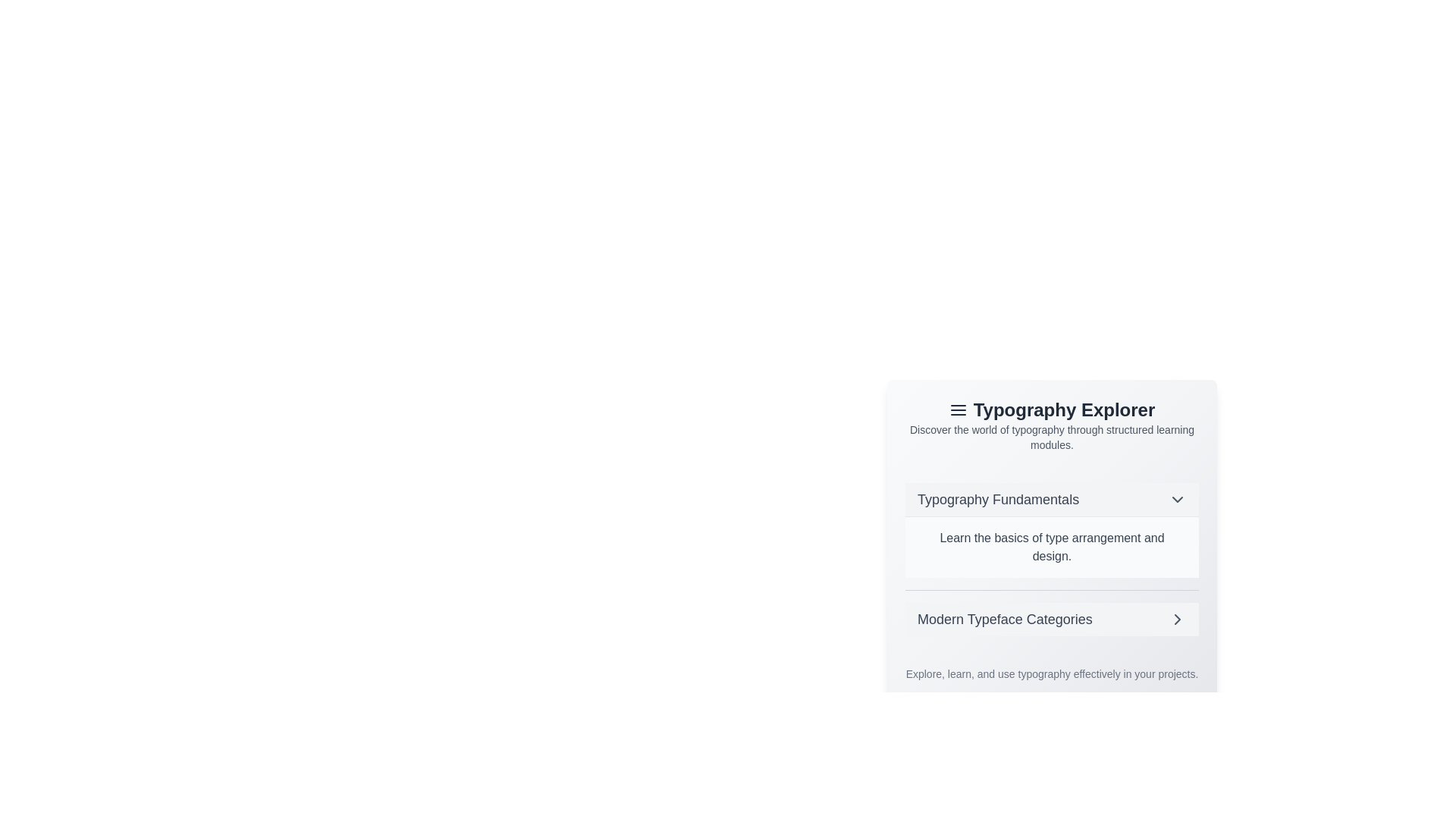 This screenshot has height=819, width=1456. What do you see at coordinates (1051, 529) in the screenshot?
I see `the informational block that presents an introductory header for typography fundamentals, located above 'Modern Typeface Categories'` at bounding box center [1051, 529].